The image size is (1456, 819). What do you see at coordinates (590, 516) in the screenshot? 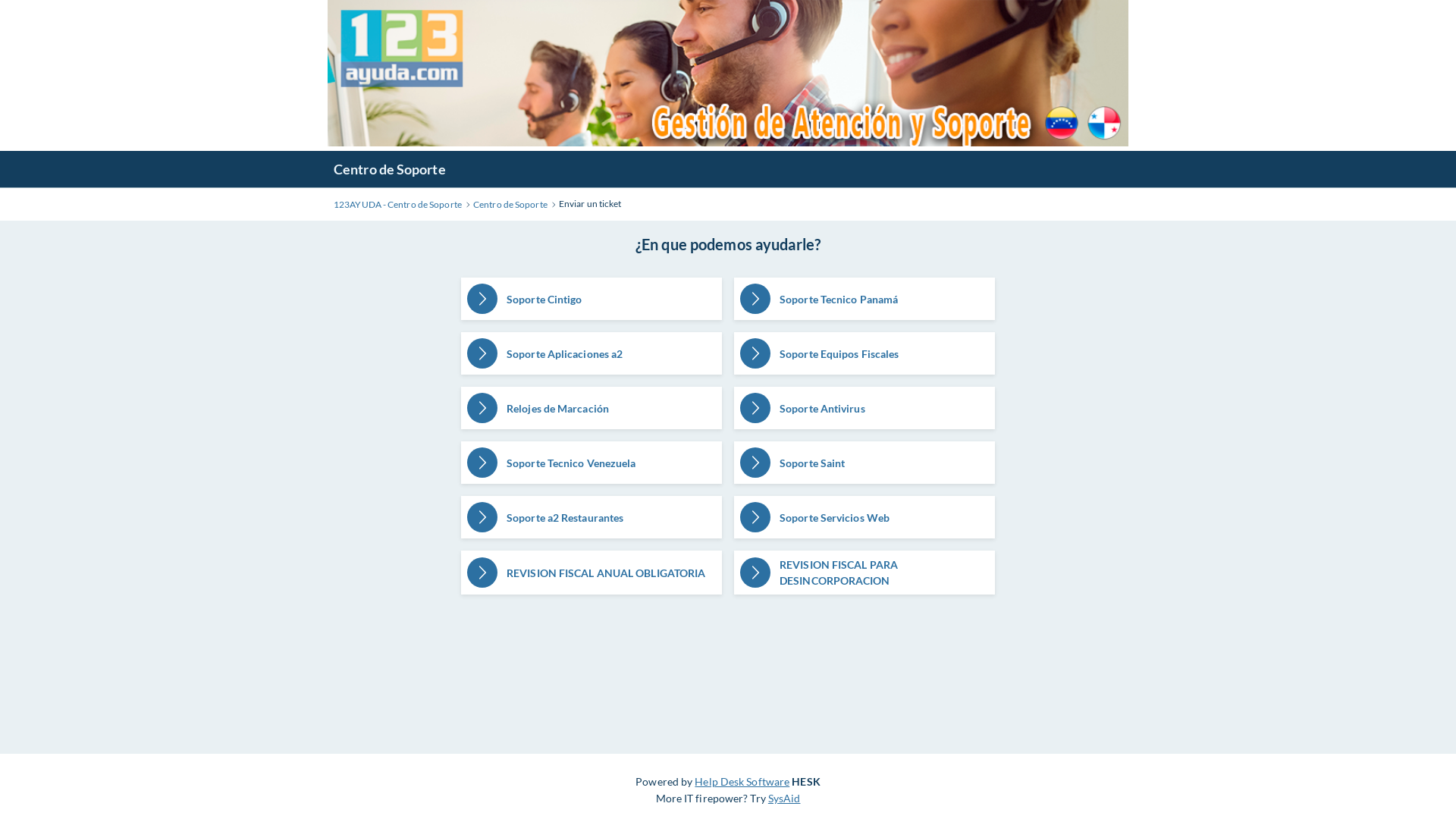
I see `'Soporte a2 Restaurantes'` at bounding box center [590, 516].